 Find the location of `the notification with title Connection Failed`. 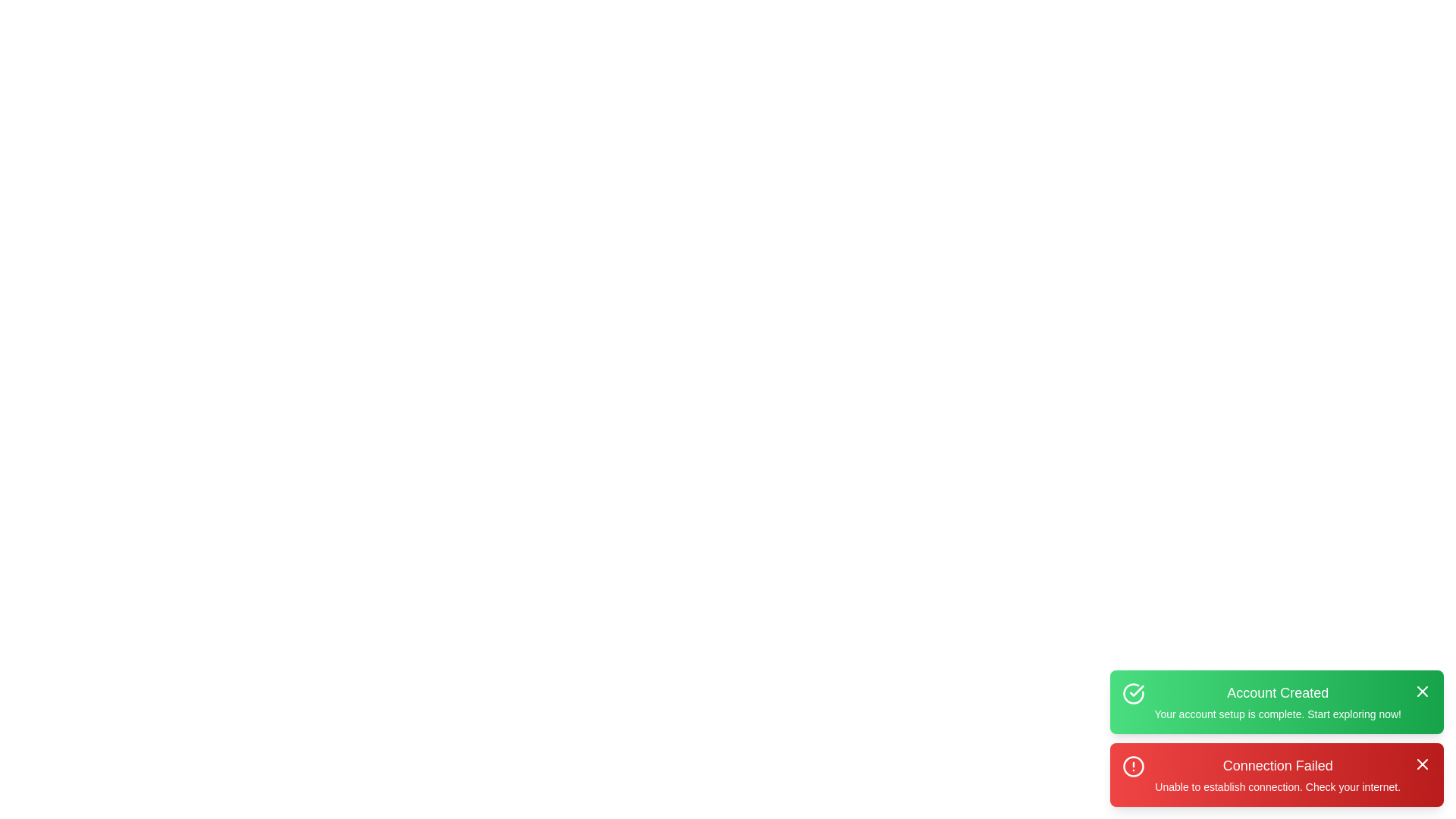

the notification with title Connection Failed is located at coordinates (1276, 775).